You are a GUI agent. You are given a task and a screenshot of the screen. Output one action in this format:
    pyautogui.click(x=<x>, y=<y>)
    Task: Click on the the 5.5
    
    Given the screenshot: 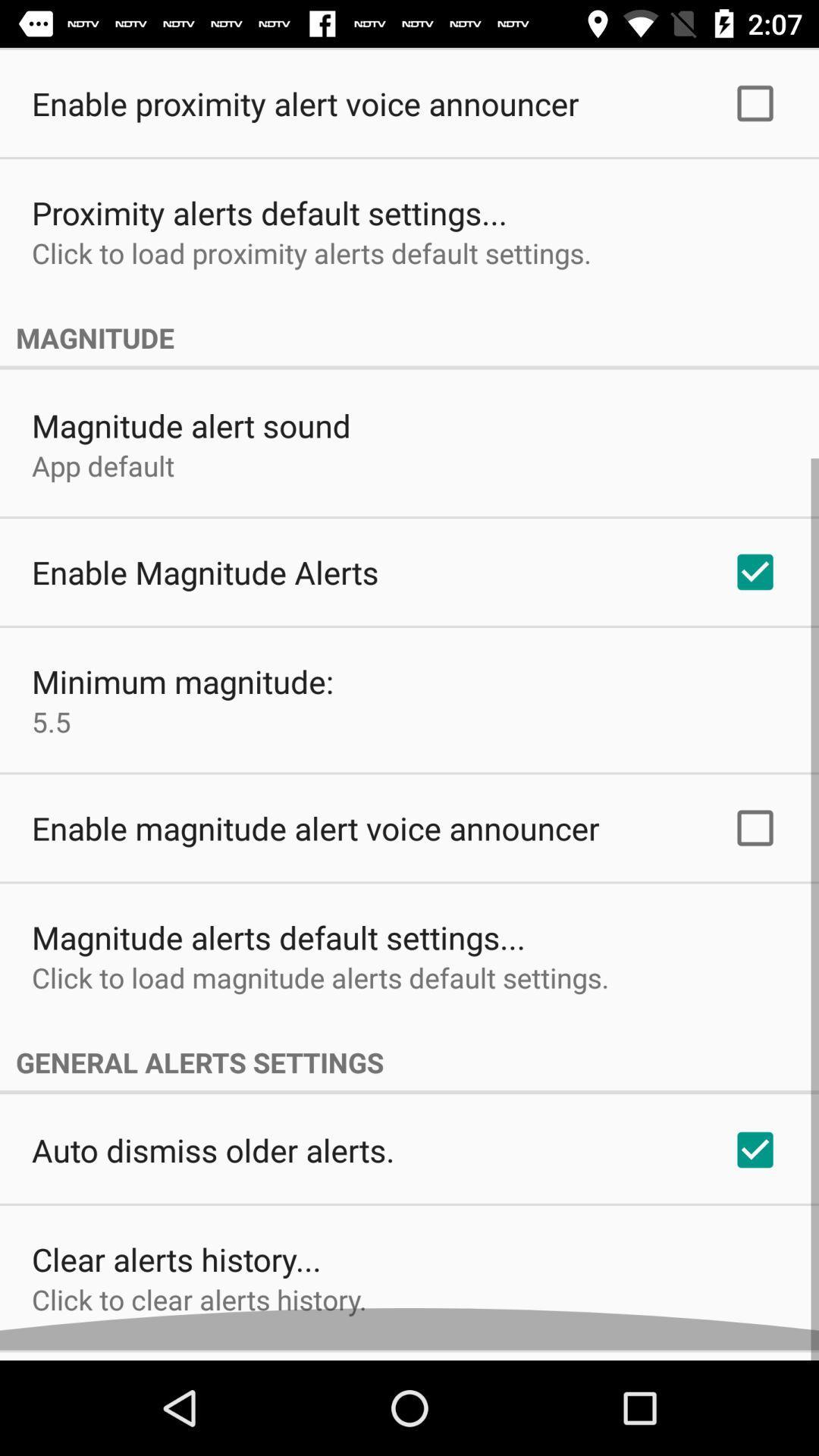 What is the action you would take?
    pyautogui.click(x=50, y=732)
    